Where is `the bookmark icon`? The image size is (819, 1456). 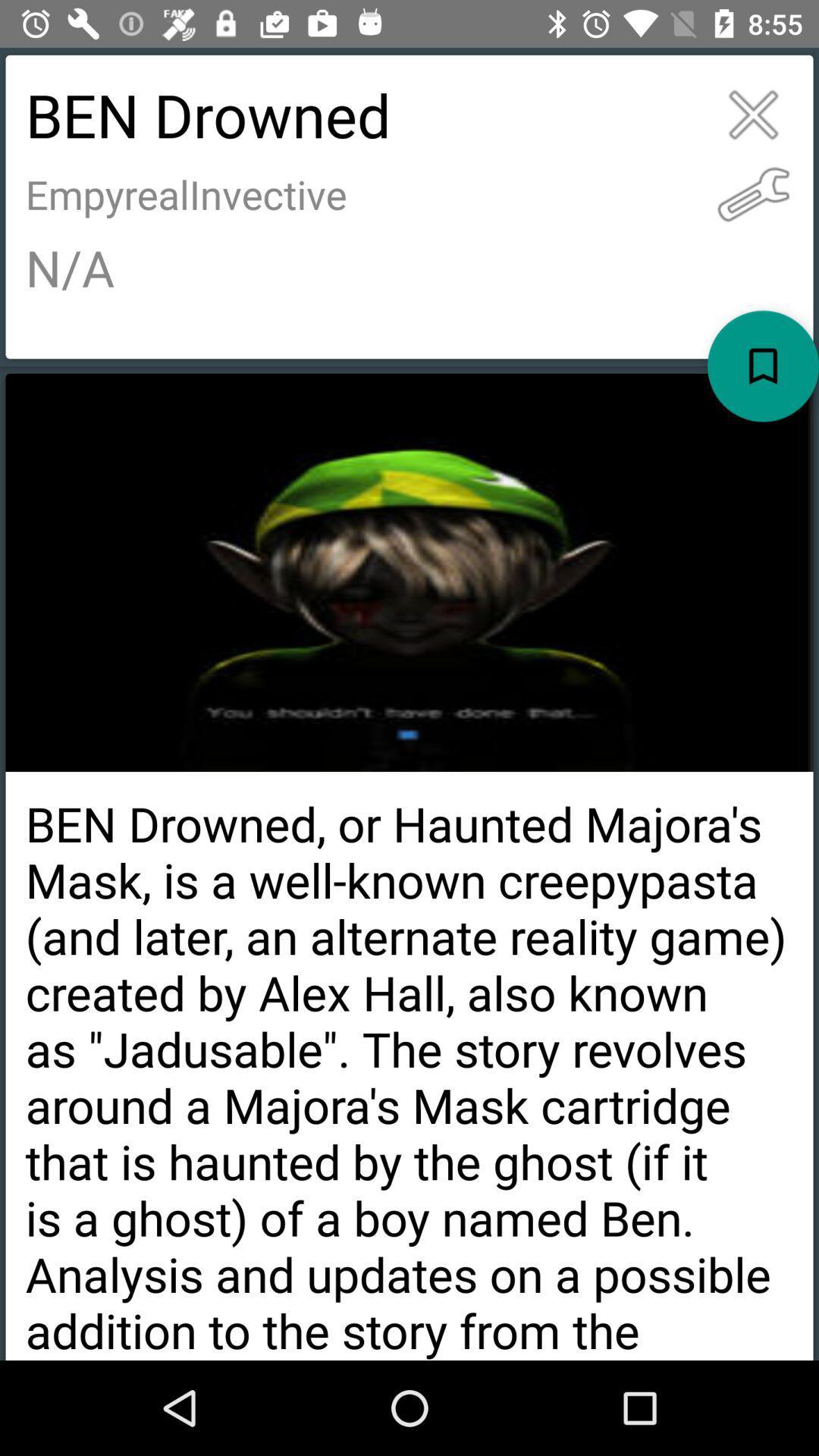
the bookmark icon is located at coordinates (763, 366).